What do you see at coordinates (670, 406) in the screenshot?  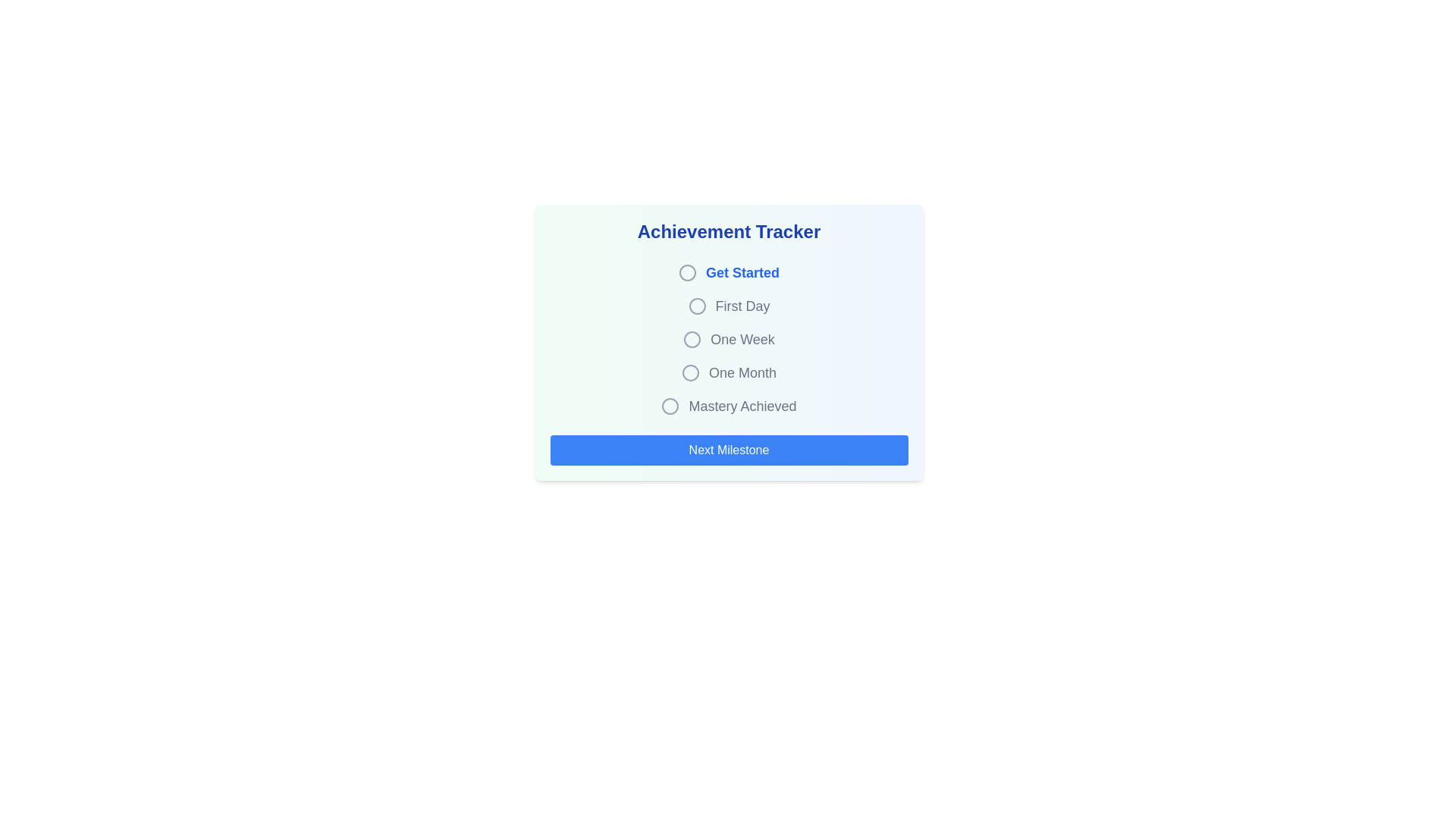 I see `the fifth radio button in the 'Achievement Tracker' section` at bounding box center [670, 406].